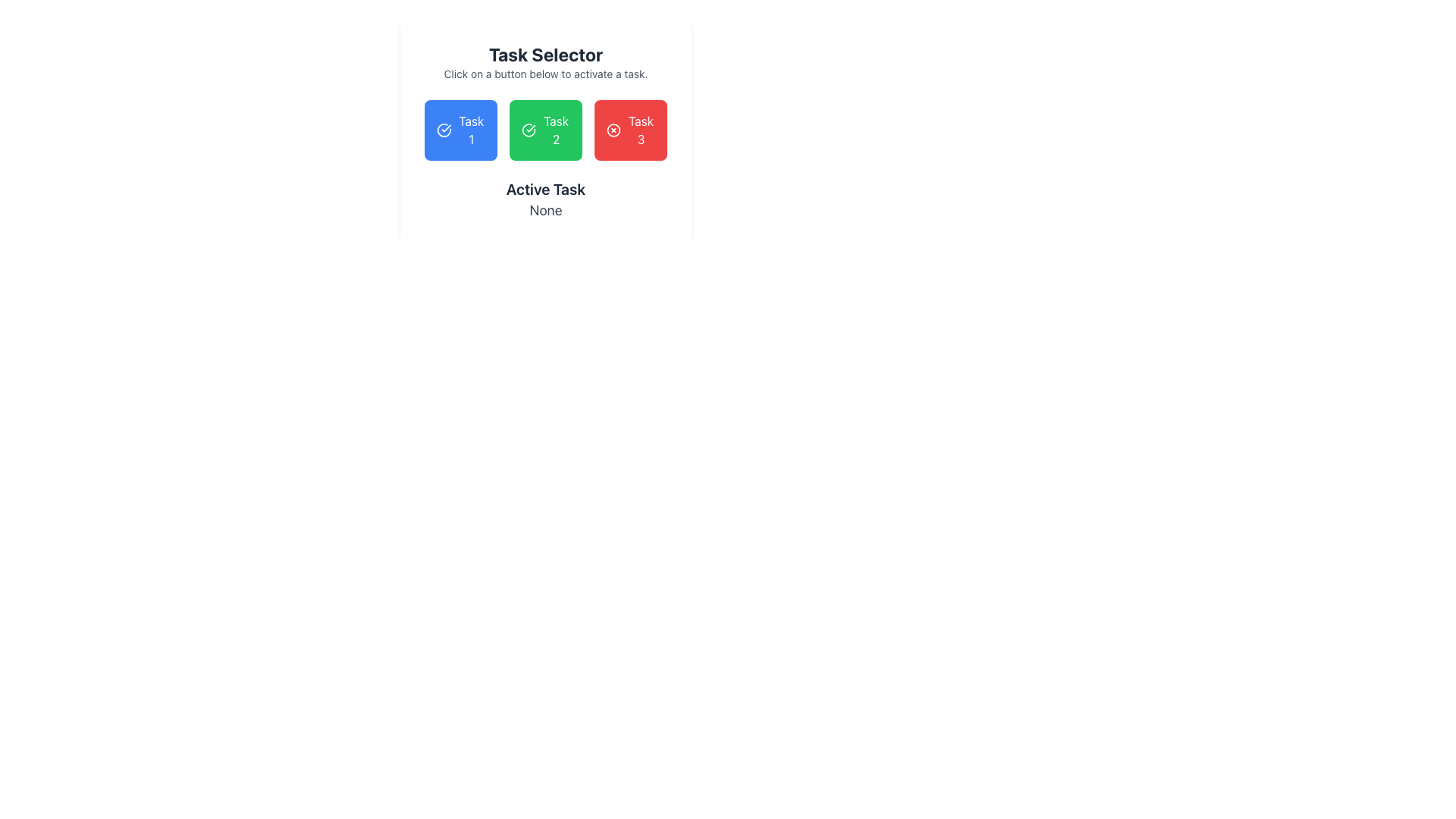 The width and height of the screenshot is (1456, 819). I want to click on the prominent rectangular button labeled 'Task 3' with a vibrant red background and white text for accessibility purposes, so click(630, 130).